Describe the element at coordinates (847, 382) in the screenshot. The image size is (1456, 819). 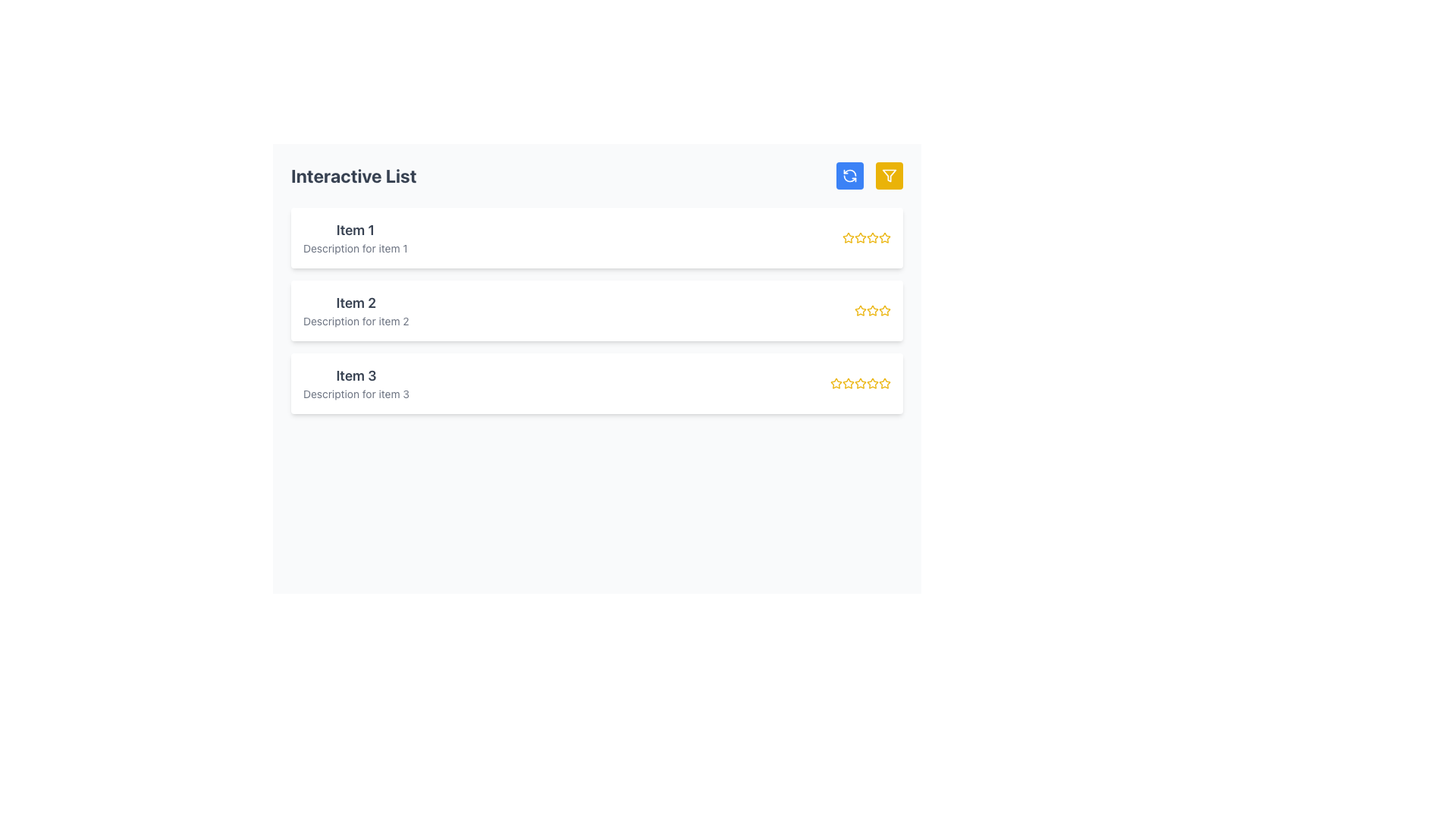
I see `the second star icon in the star rating component, which is styled with a yellow outline and rounded edges, located in the third row of the interactive list` at that location.